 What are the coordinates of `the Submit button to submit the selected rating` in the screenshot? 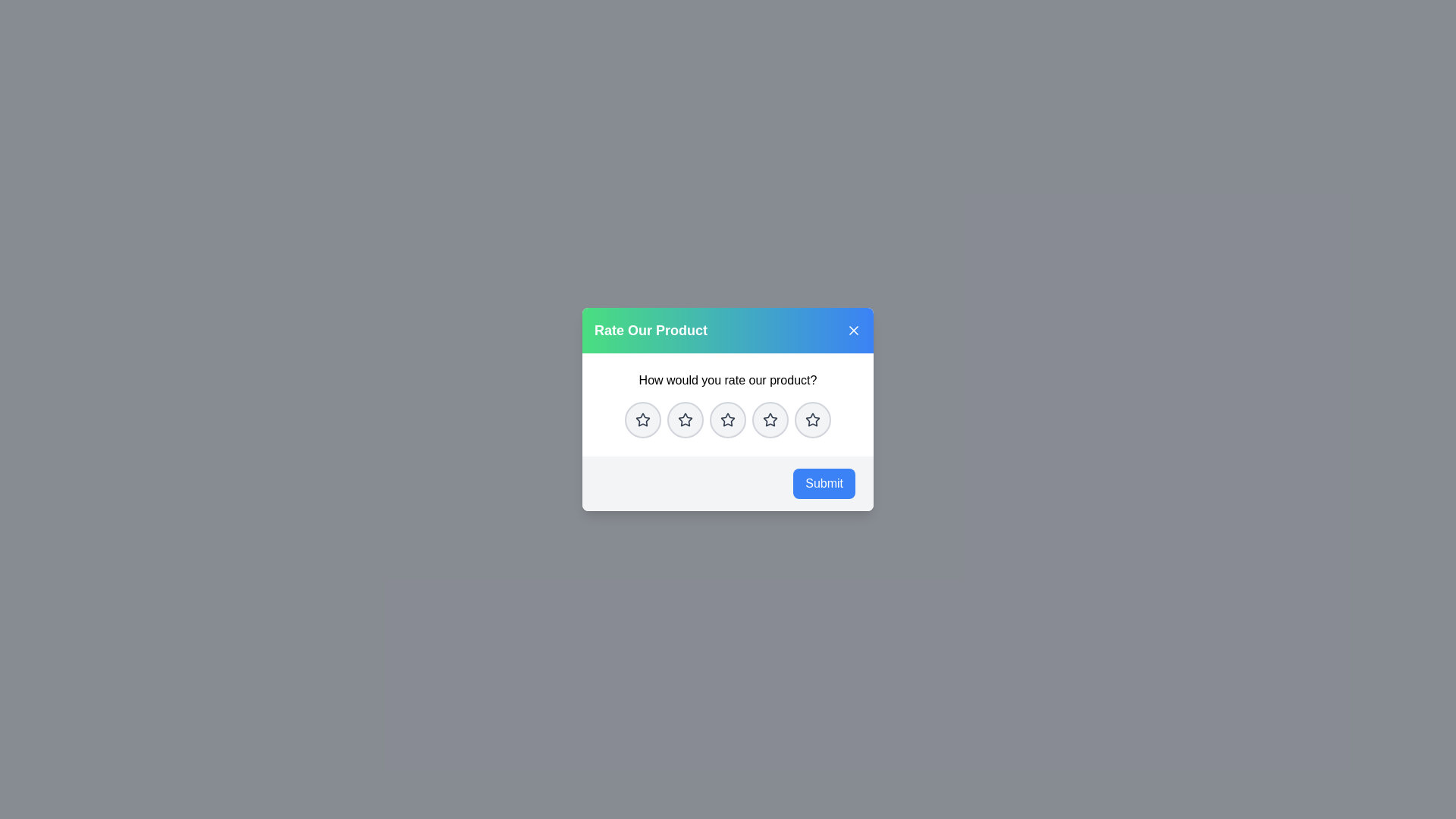 It's located at (823, 483).